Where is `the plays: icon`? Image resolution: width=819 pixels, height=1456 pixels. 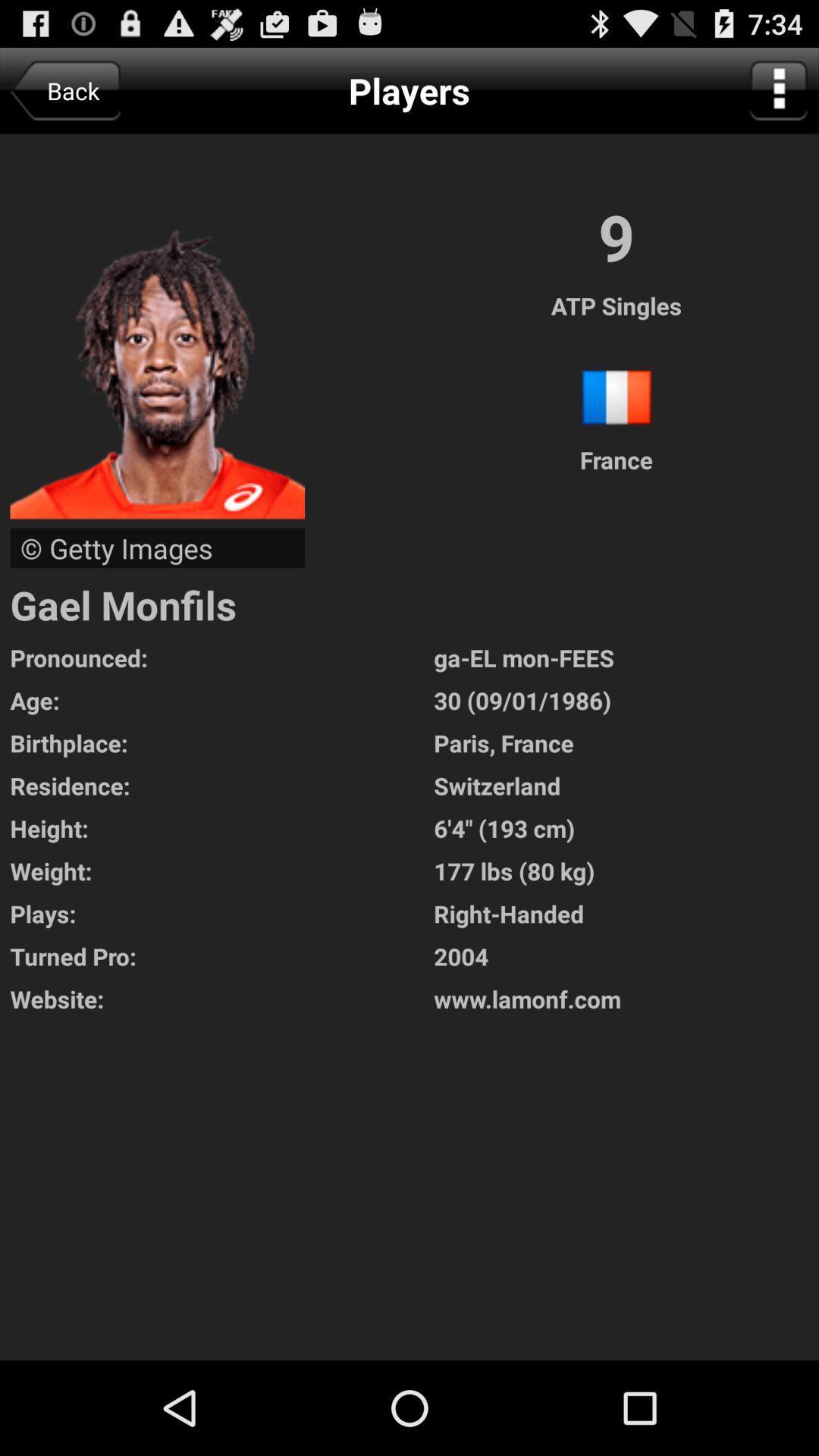 the plays: icon is located at coordinates (221, 912).